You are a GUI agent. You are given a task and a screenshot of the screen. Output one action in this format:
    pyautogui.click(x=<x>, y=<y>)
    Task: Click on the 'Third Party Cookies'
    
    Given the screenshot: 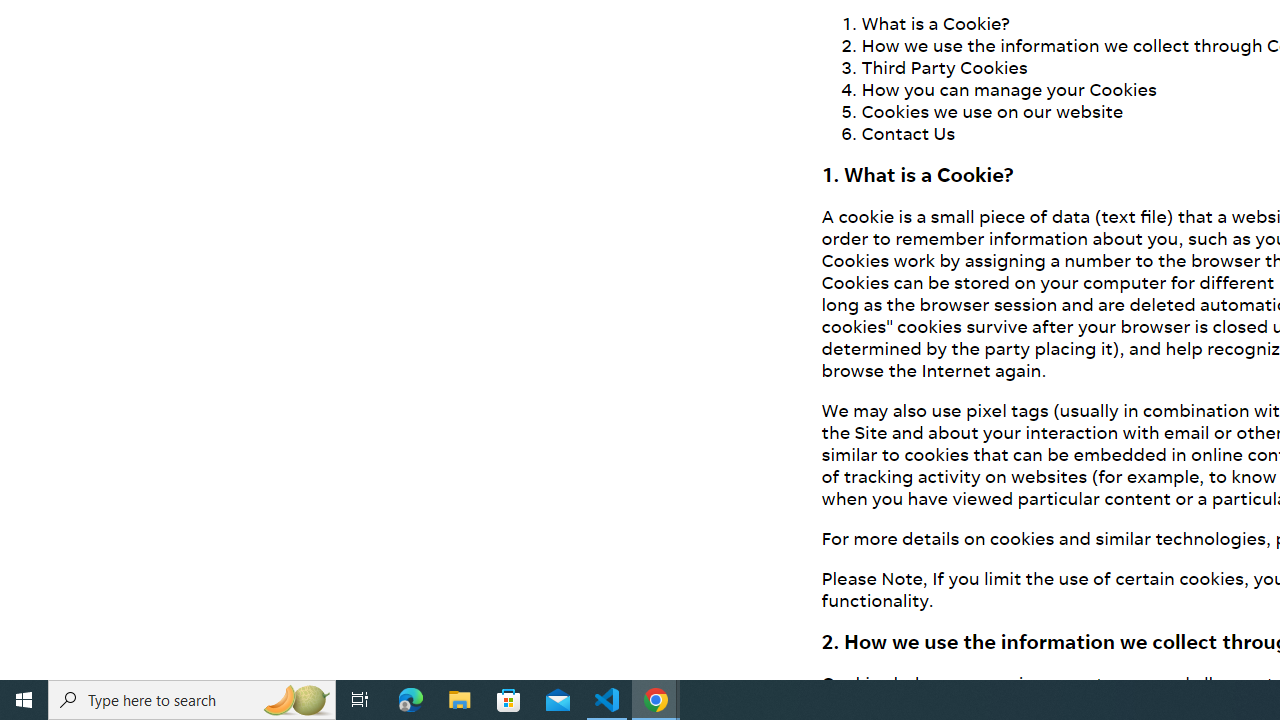 What is the action you would take?
    pyautogui.click(x=943, y=65)
    